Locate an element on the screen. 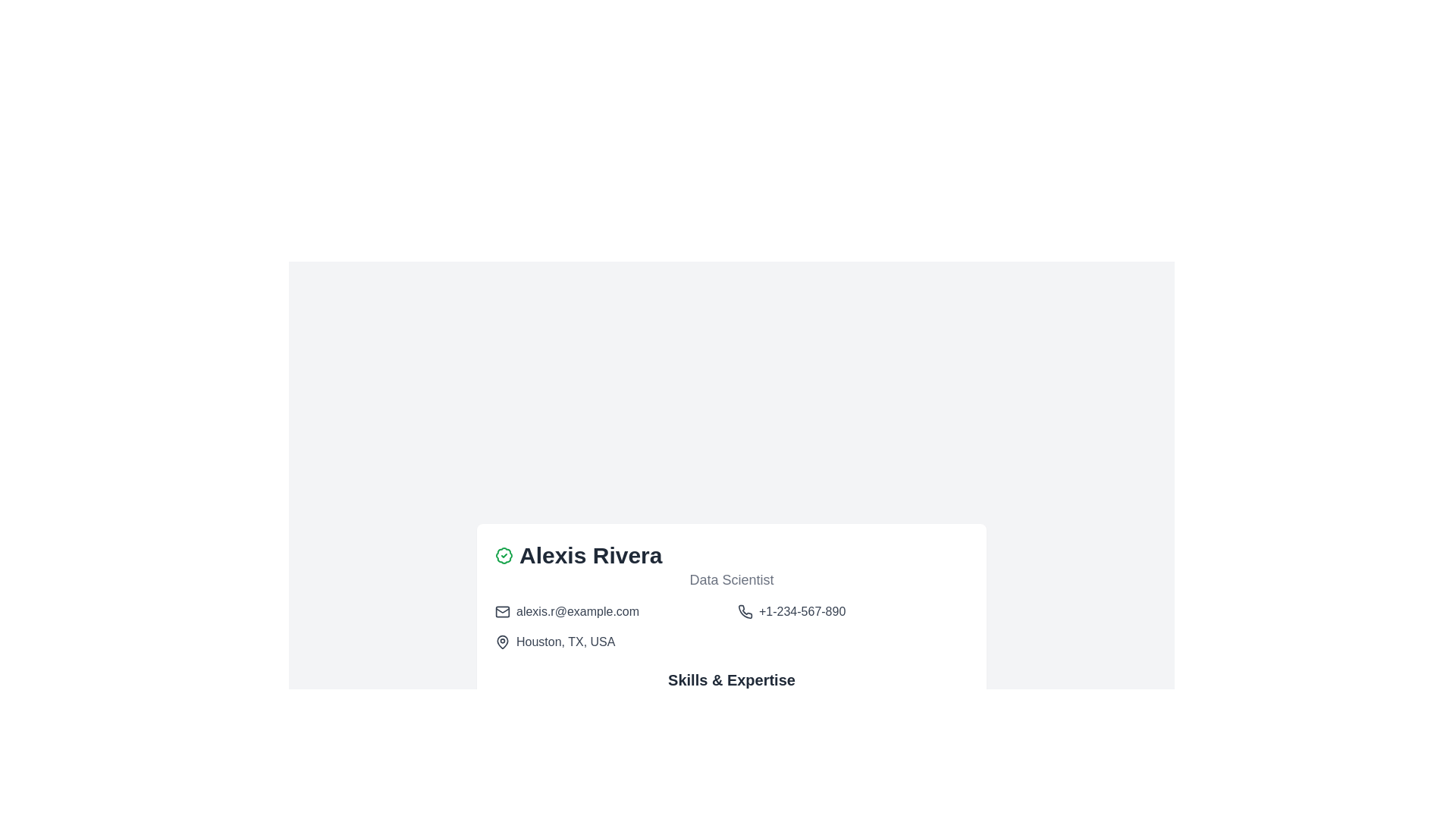 The image size is (1456, 819). the email icon that visually indicates 'alexis.r@example.com', positioned to the left of the email text and aligned vertically with it, located below 'Alexis Rivera' is located at coordinates (502, 610).